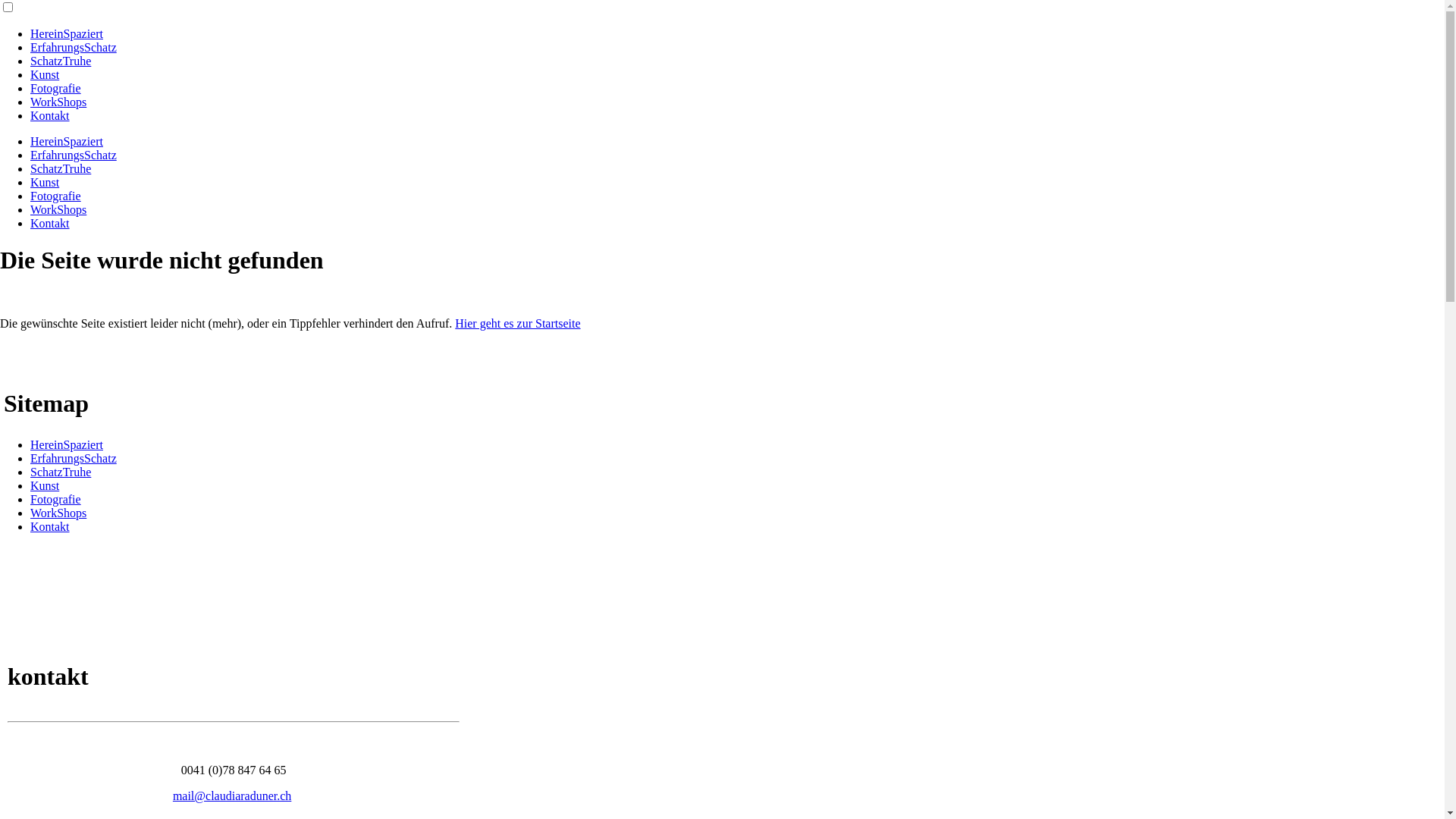 This screenshot has width=1456, height=819. What do you see at coordinates (55, 195) in the screenshot?
I see `'Fotografie'` at bounding box center [55, 195].